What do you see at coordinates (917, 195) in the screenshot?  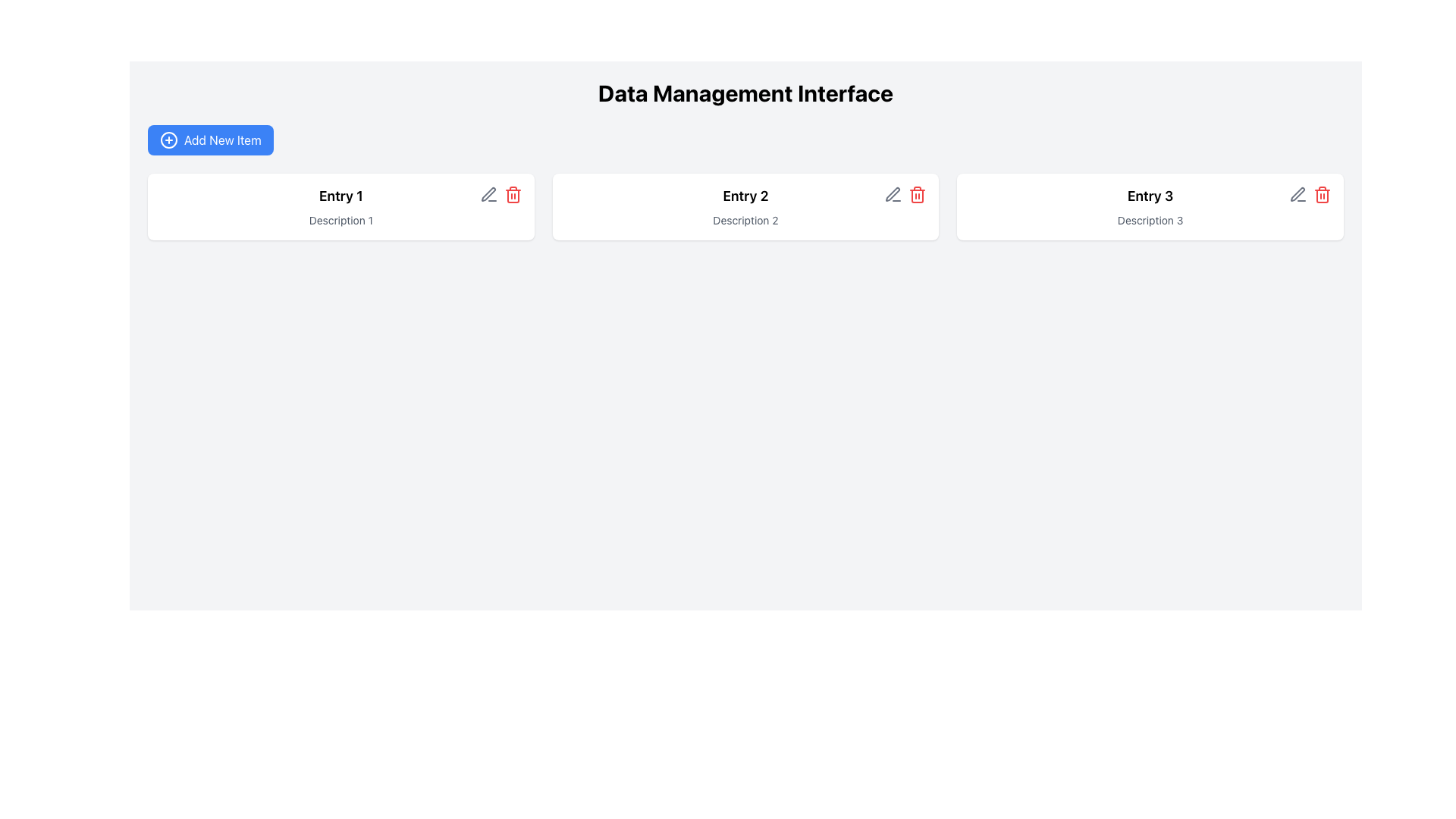 I see `the rectangular graphical representation inside the red-colored trash icon located in the second card labeled 'Entry 2', adjacent to the 'edit' pencil icon` at bounding box center [917, 195].